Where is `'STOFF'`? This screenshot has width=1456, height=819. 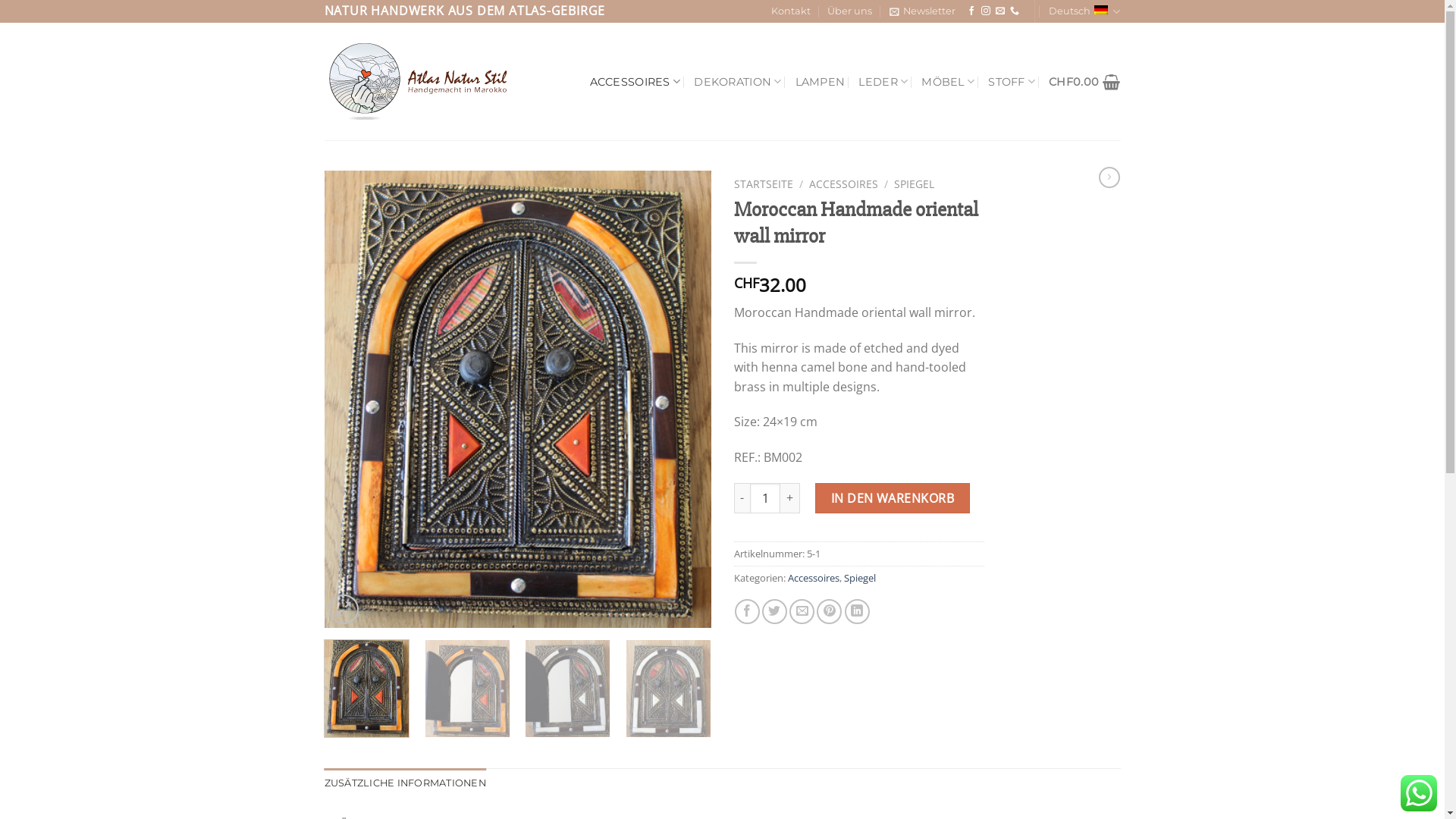 'STOFF' is located at coordinates (1012, 81).